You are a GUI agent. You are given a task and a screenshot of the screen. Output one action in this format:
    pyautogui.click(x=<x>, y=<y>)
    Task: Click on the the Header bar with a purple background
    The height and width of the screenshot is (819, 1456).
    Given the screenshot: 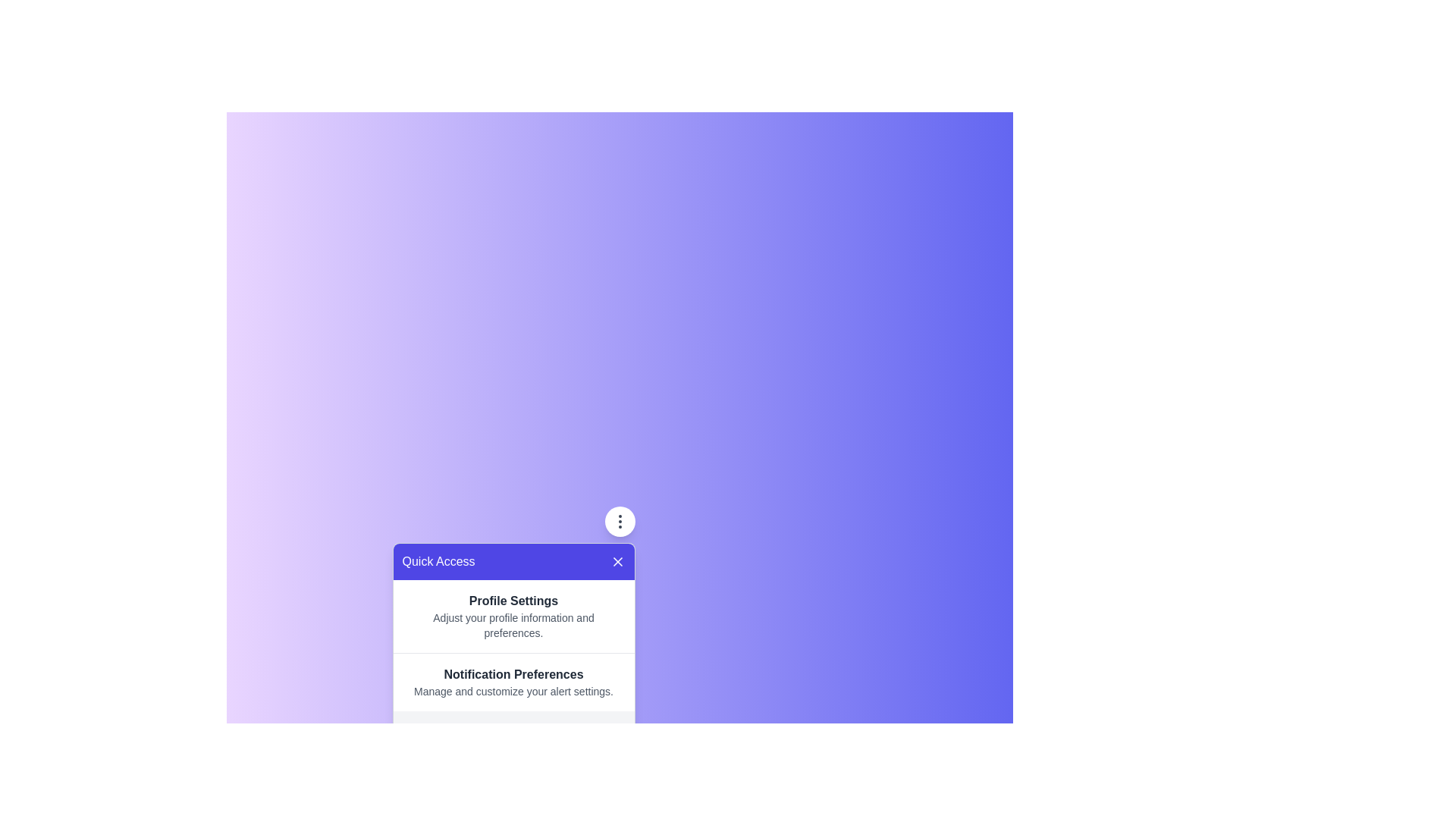 What is the action you would take?
    pyautogui.click(x=513, y=561)
    